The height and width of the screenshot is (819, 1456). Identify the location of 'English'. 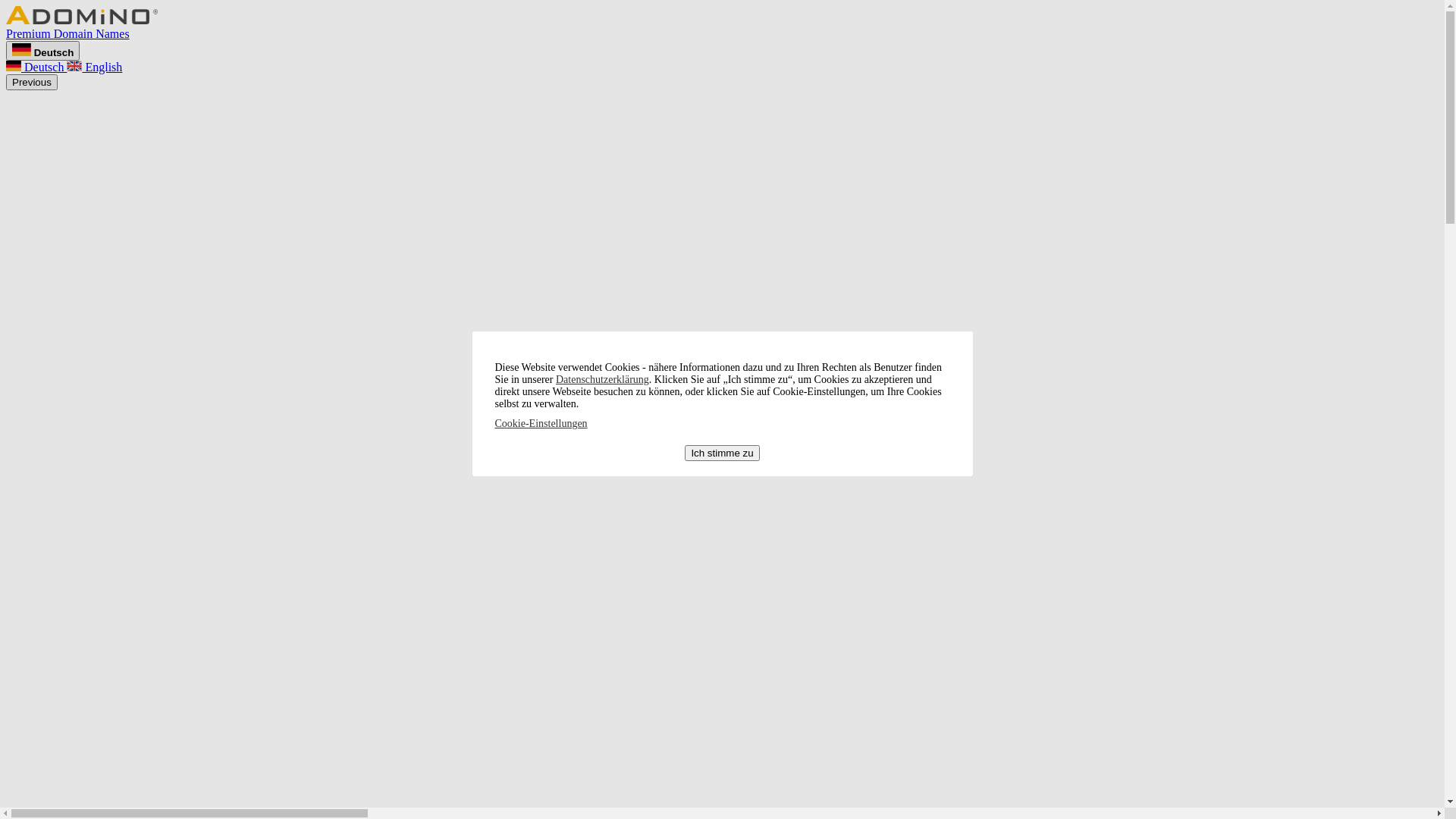
(65, 66).